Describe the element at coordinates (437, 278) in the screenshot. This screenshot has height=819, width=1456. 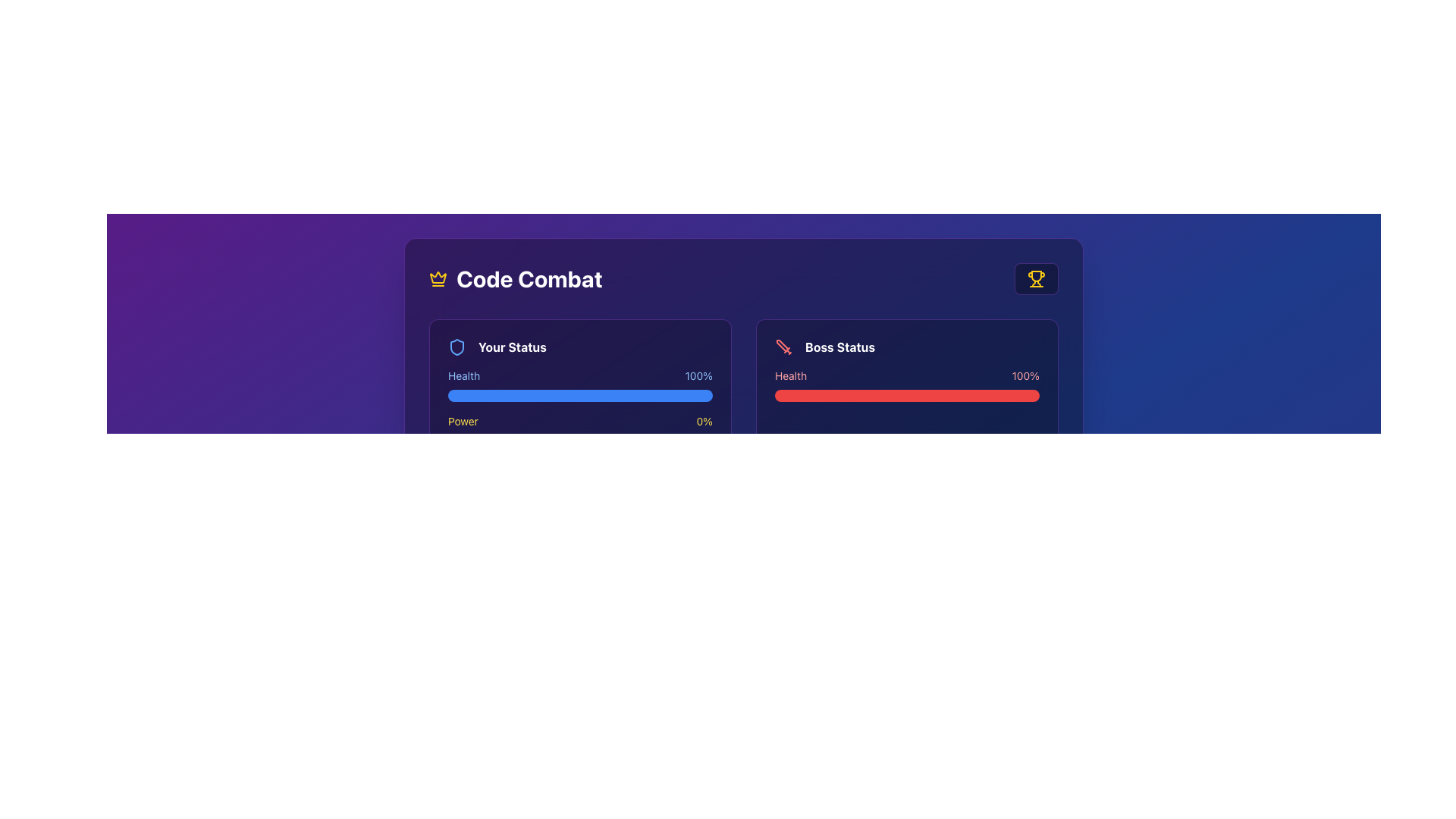
I see `the decorative icon located to the left of the text 'Code Combat' in the top-left corner of the interface` at that location.